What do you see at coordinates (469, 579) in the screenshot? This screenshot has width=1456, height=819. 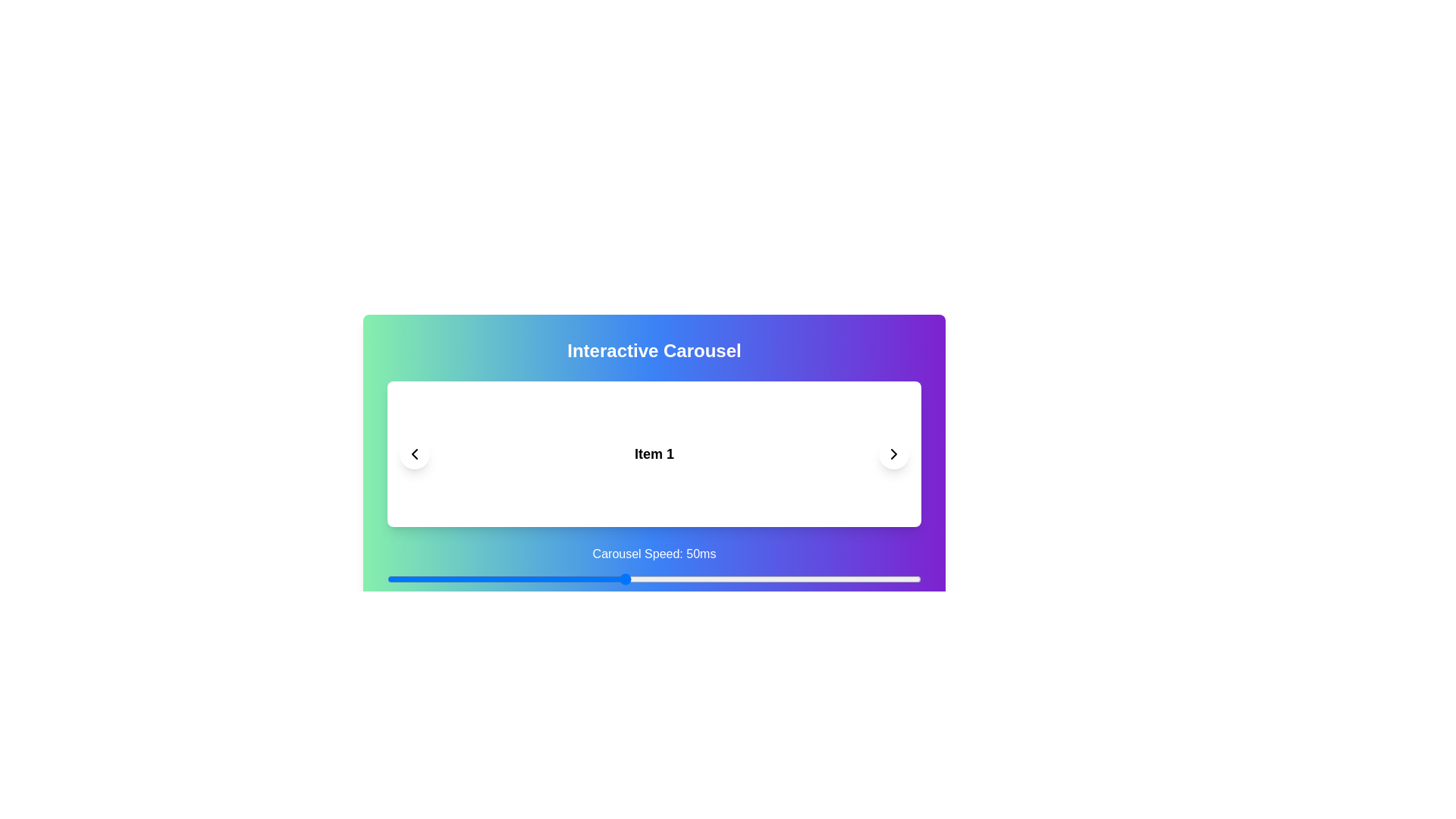 I see `the carousel speed slider to 24 ms` at bounding box center [469, 579].